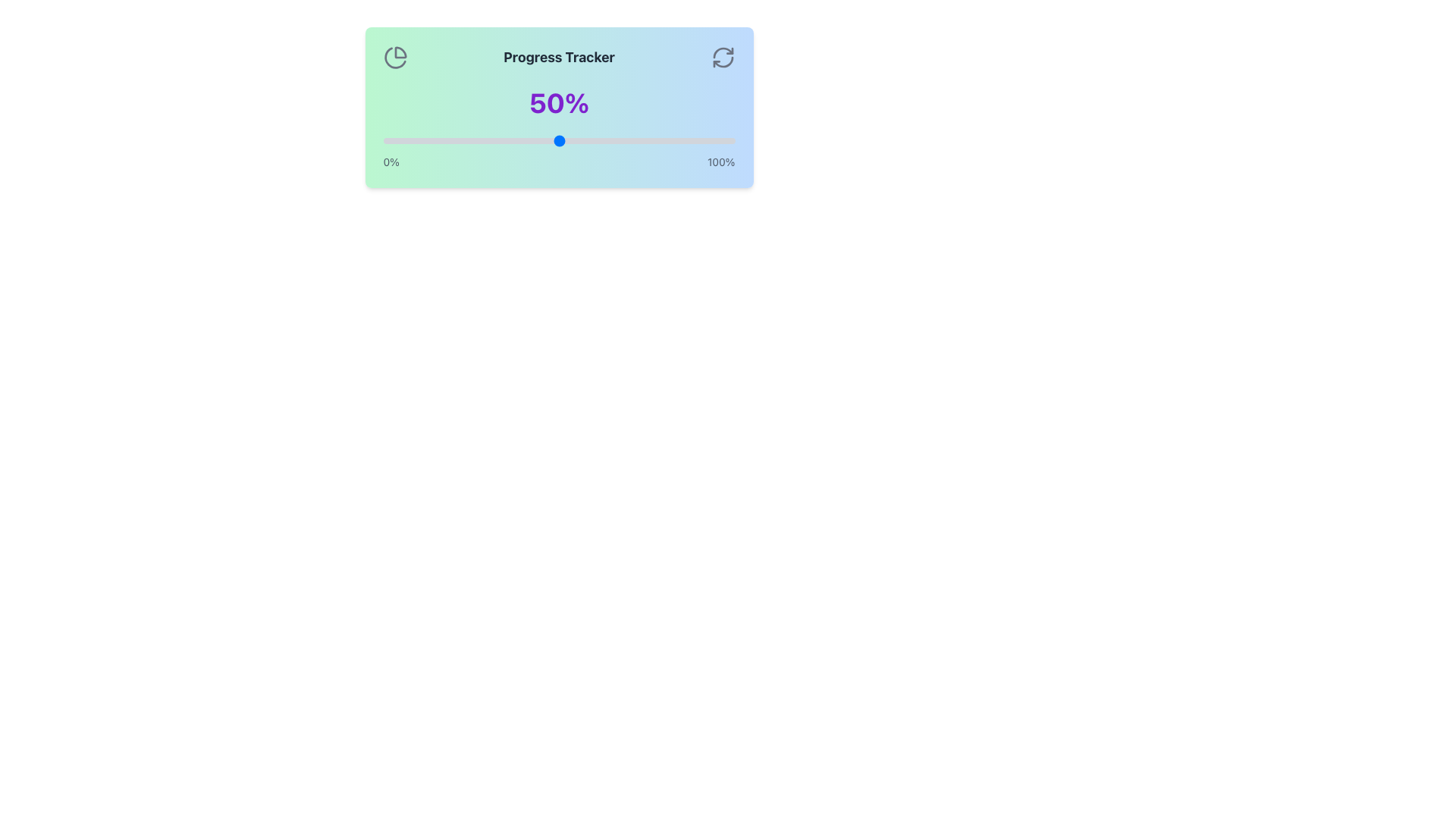 This screenshot has width=1456, height=819. What do you see at coordinates (654, 140) in the screenshot?
I see `the progress tracker value` at bounding box center [654, 140].